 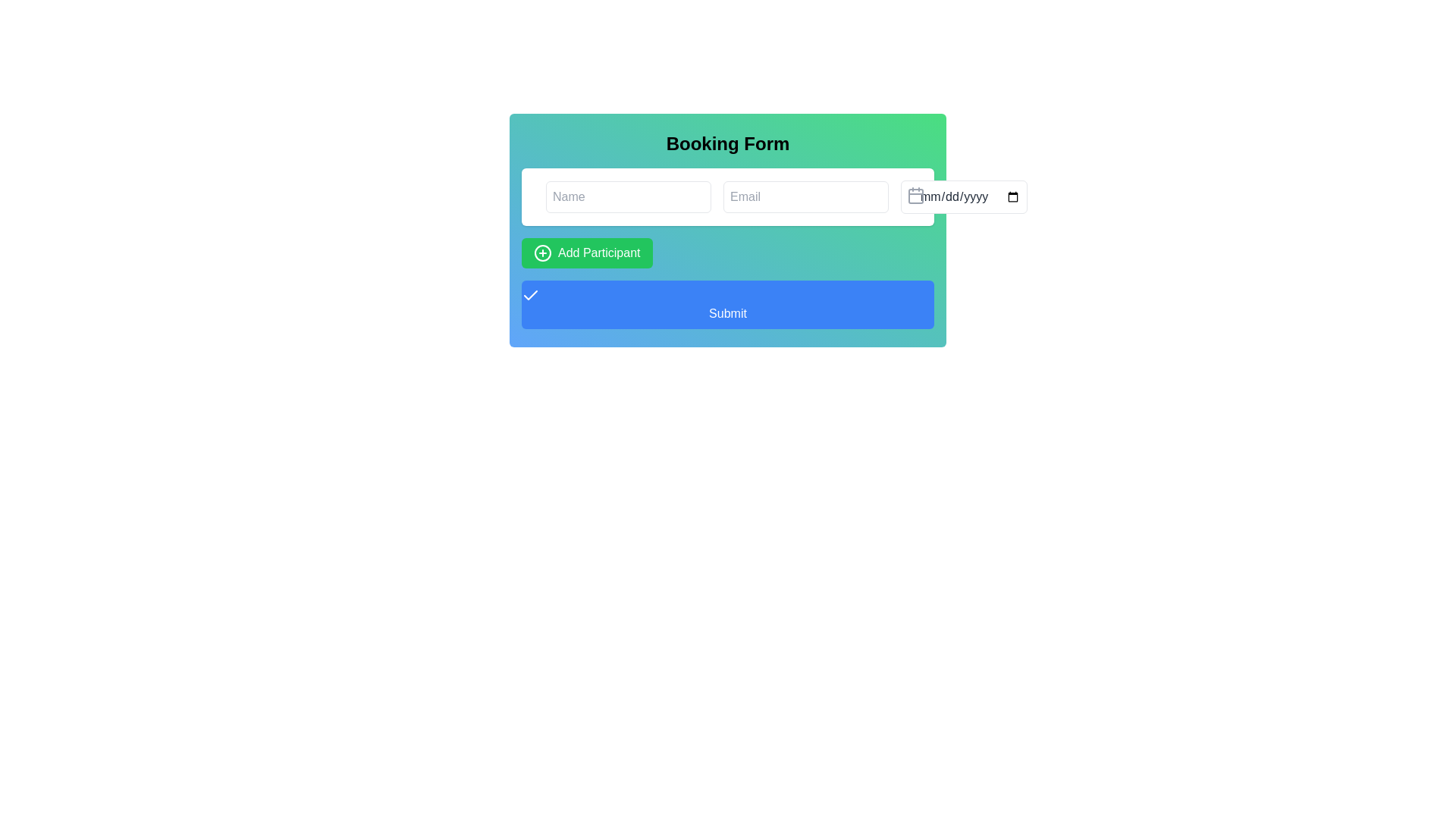 I want to click on the icon within the green button labeled 'Add Participant', so click(x=542, y=253).